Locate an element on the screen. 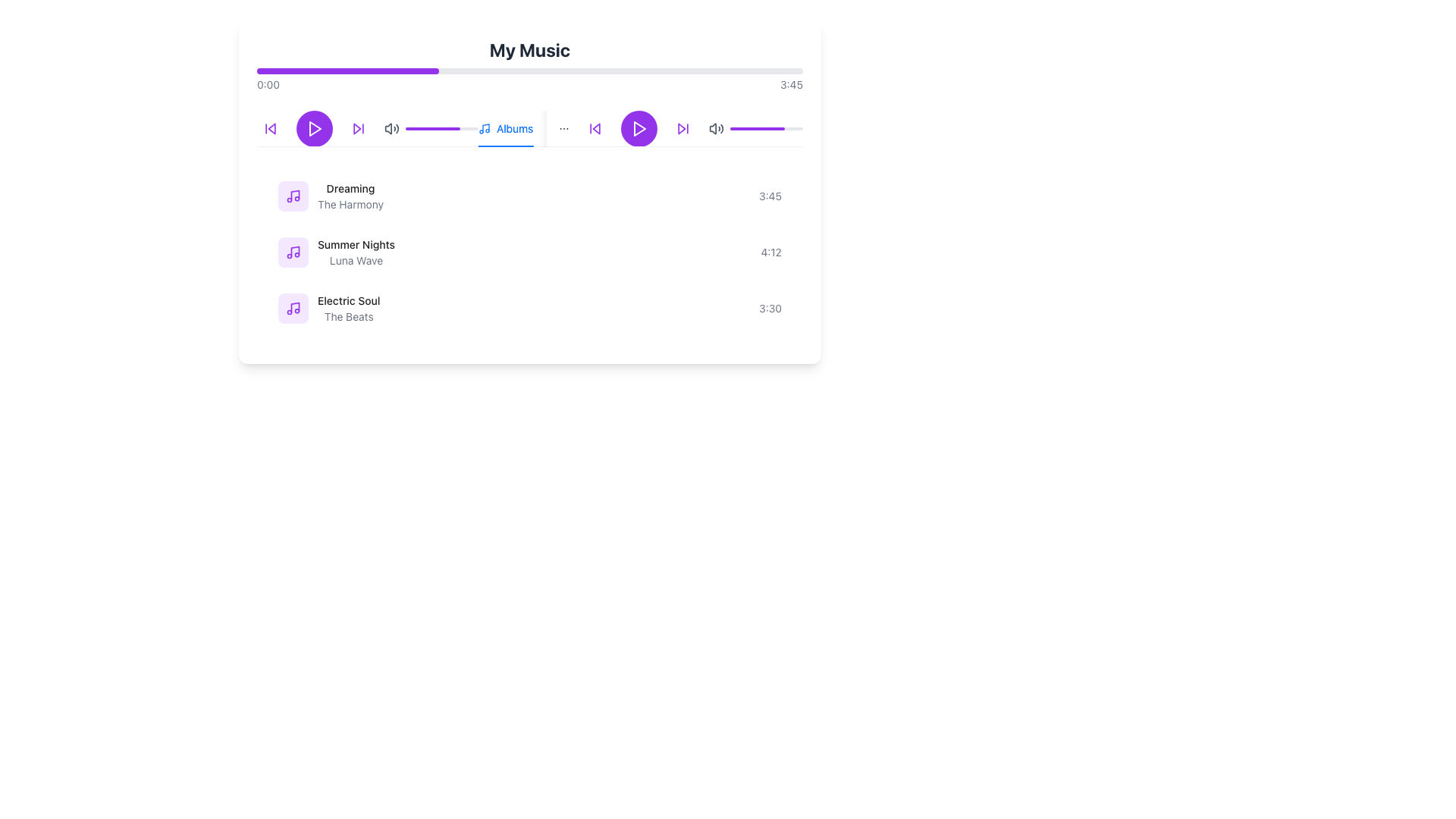 Image resolution: width=1456 pixels, height=819 pixels. the third tab item in the navigation interface is located at coordinates (661, 127).